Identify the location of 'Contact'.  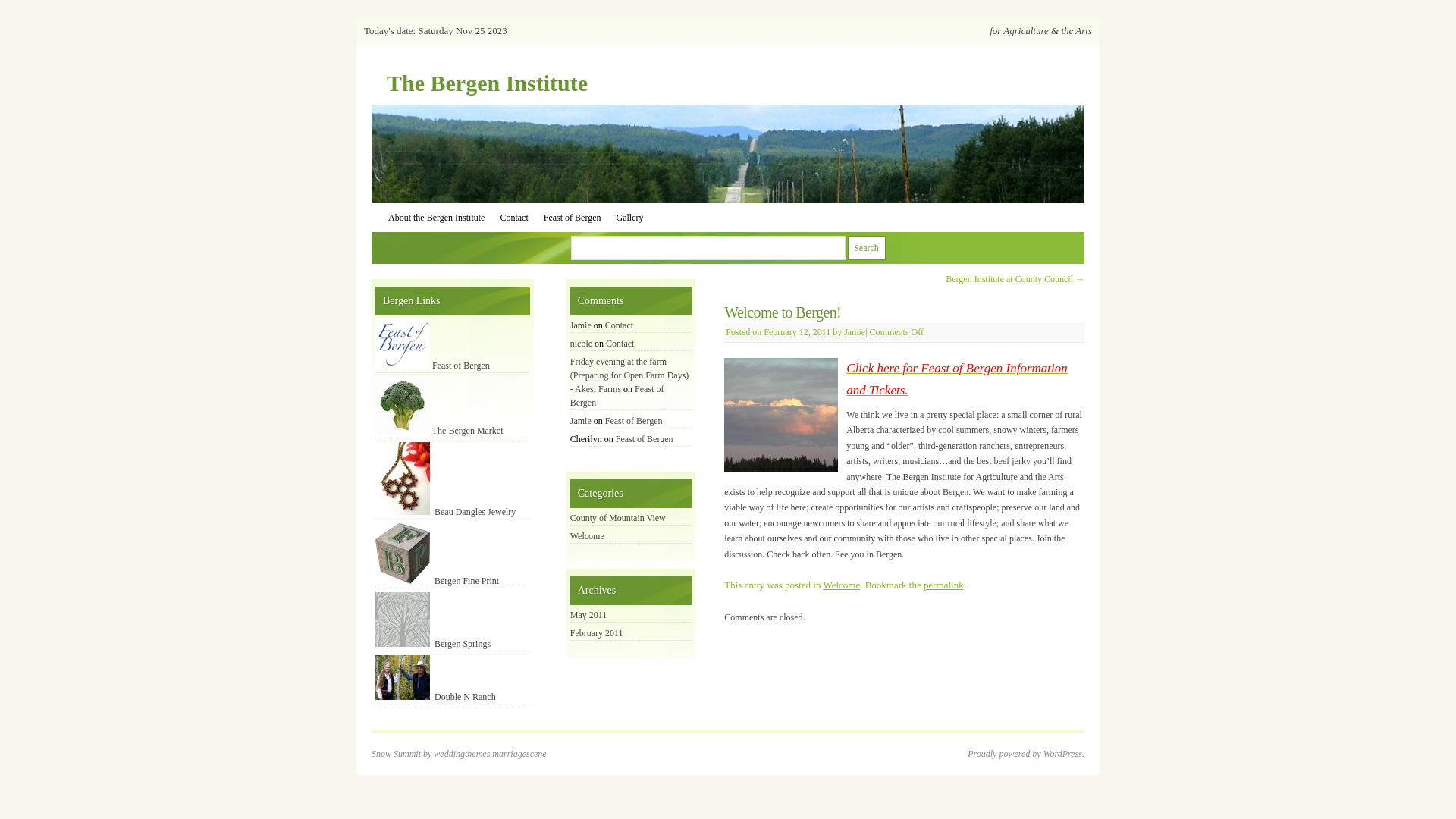
(513, 217).